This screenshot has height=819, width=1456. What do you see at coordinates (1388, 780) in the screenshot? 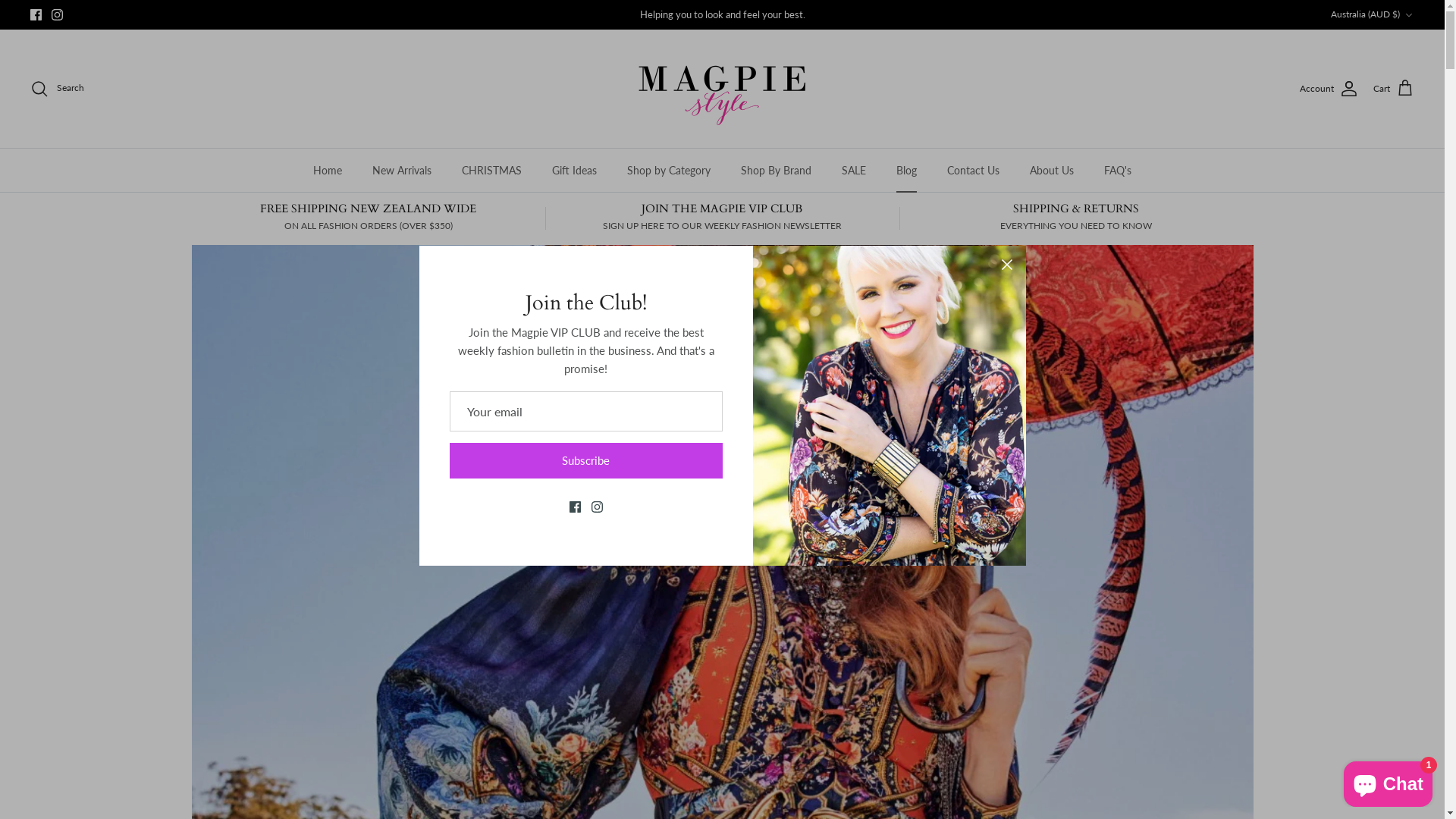
I see `'Shopify online store chat'` at bounding box center [1388, 780].